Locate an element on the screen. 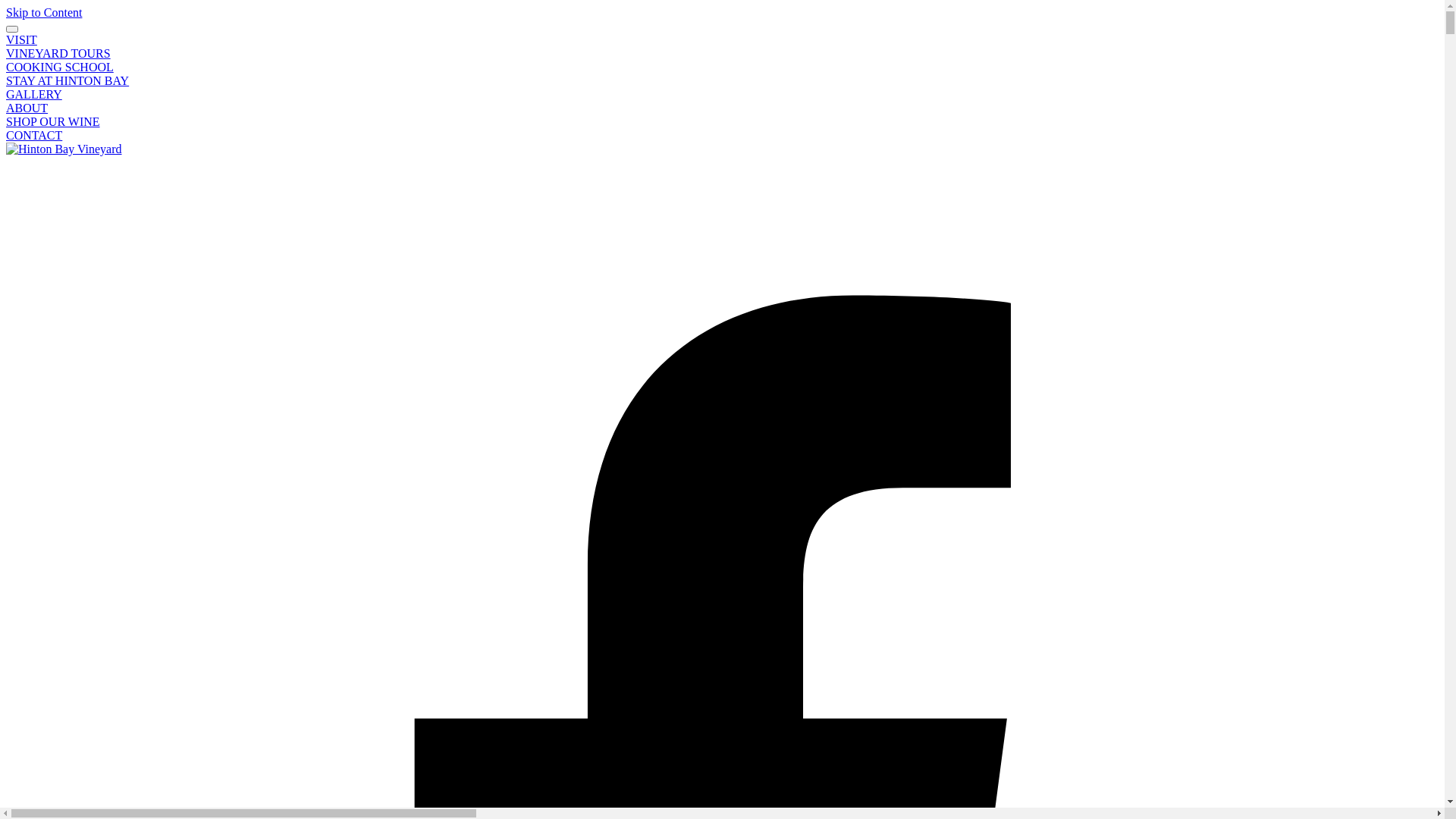  'ABOUT' is located at coordinates (27, 107).